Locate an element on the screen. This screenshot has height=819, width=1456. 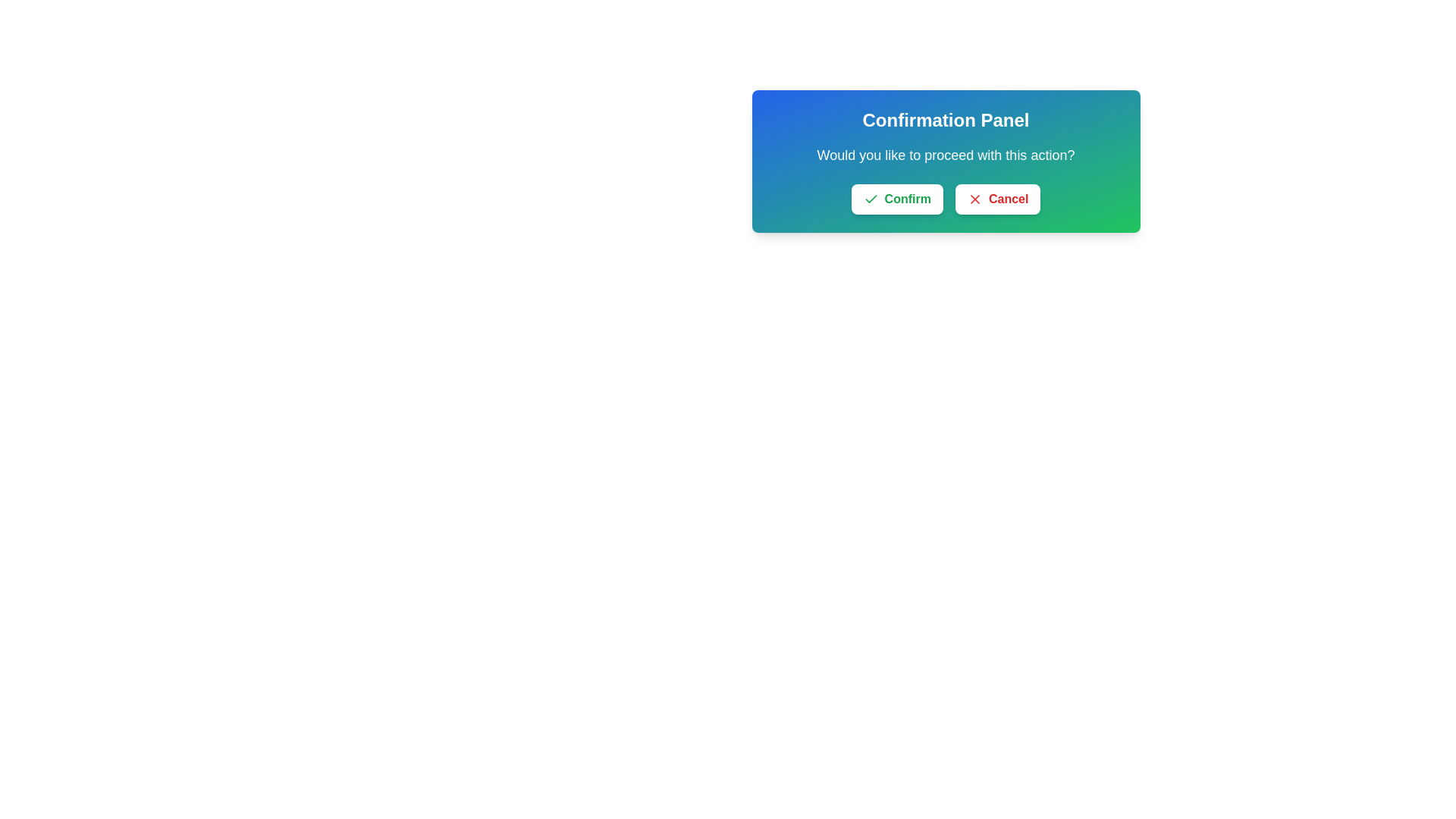
the 'Confirm' button, which contains a green checkmark icon on the left side of the button's text in the confirmation dialog is located at coordinates (871, 198).